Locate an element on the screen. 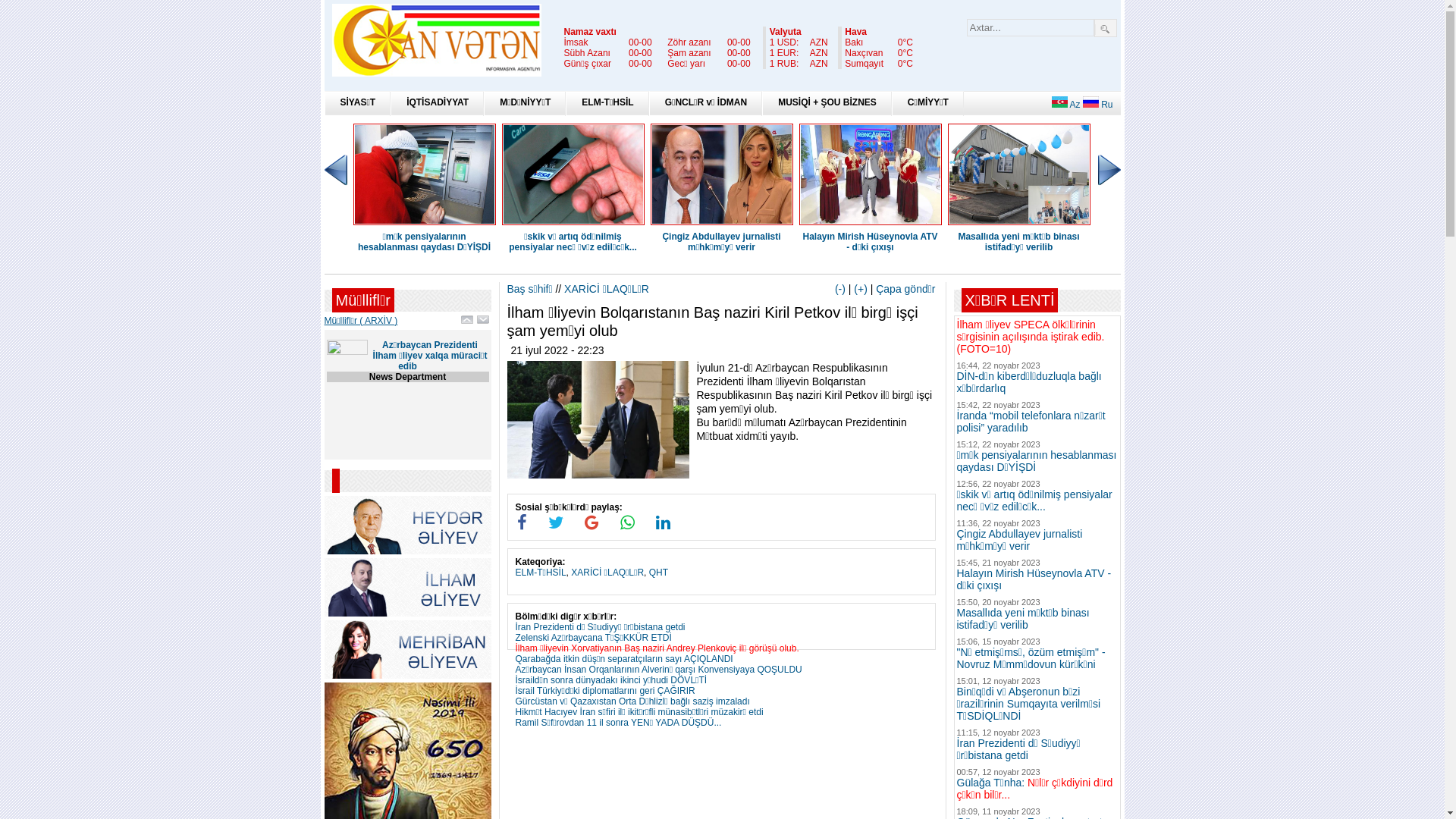 This screenshot has width=1456, height=819. 'Az' is located at coordinates (1065, 104).